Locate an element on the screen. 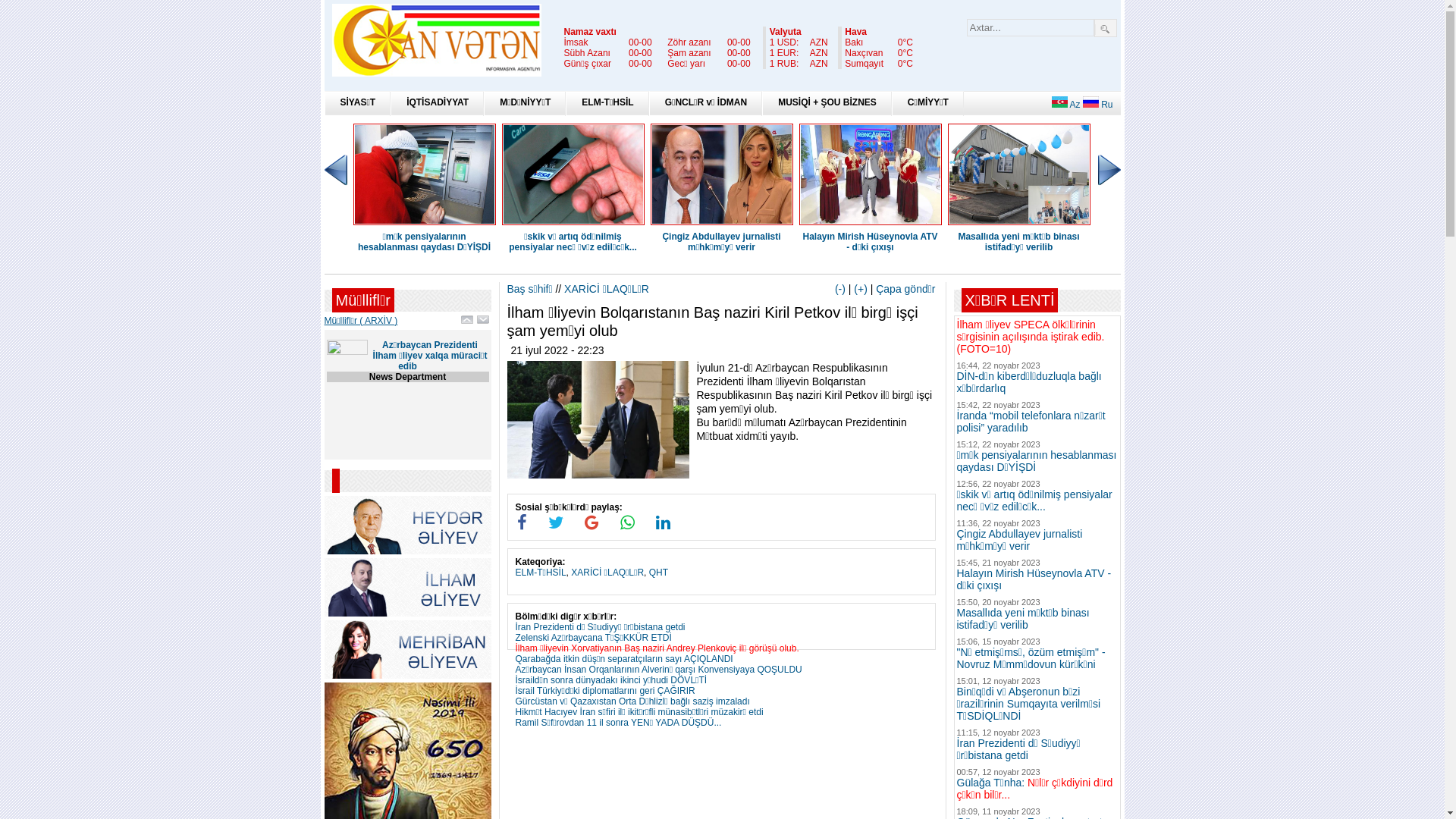 This screenshot has width=1456, height=819. 'Az' is located at coordinates (1065, 104).